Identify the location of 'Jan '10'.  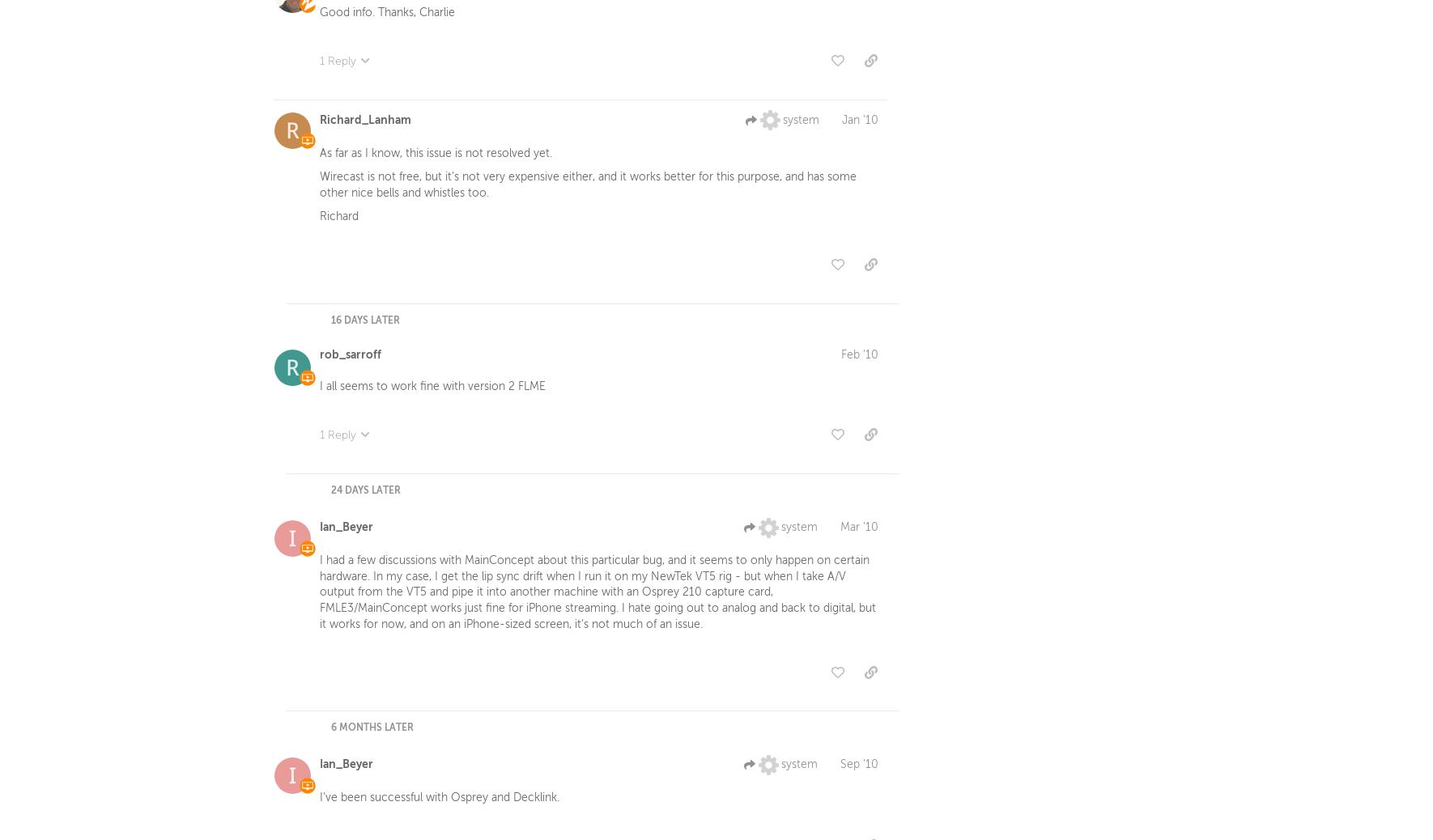
(860, 122).